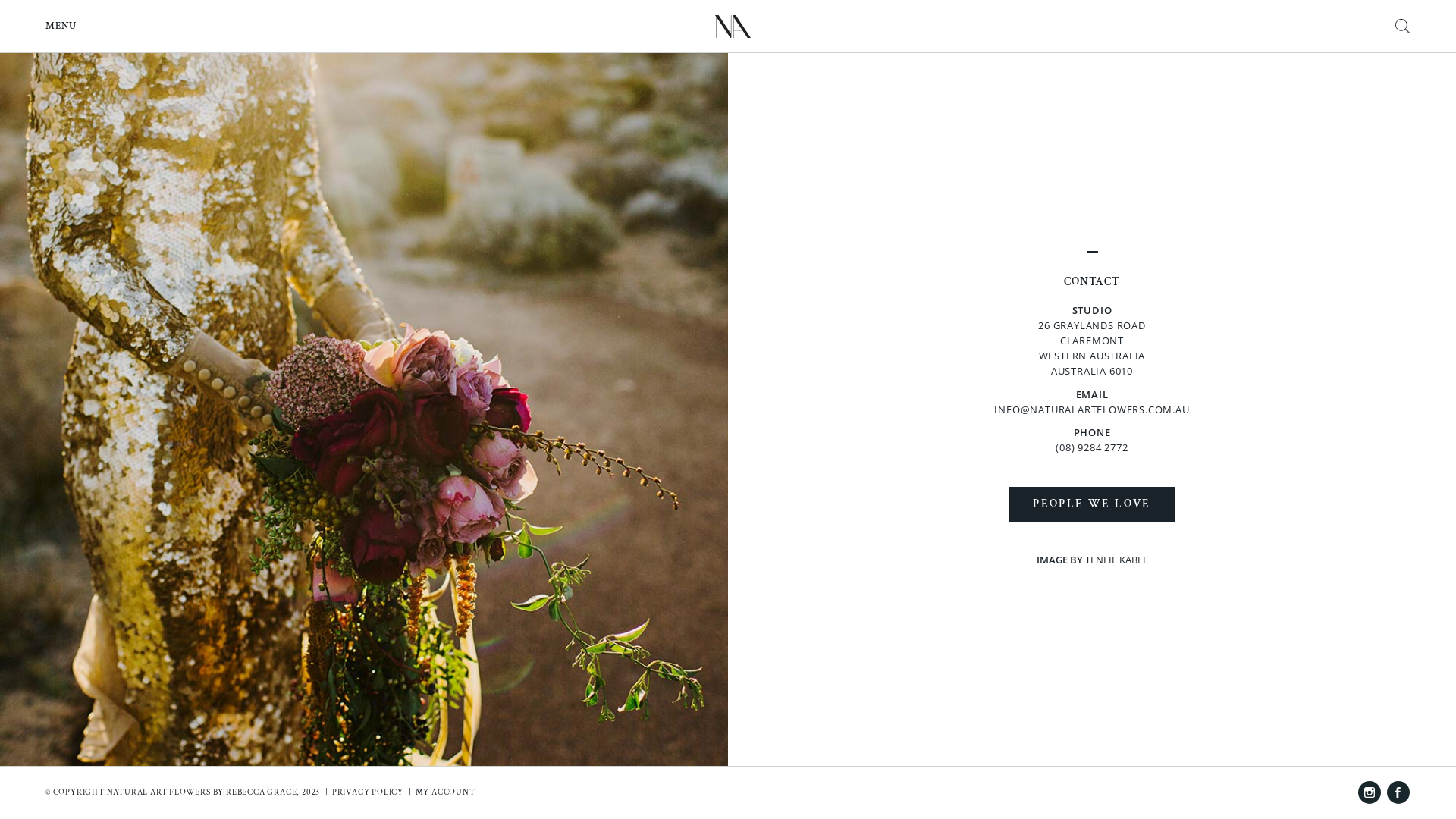  I want to click on 'PEOPLE WE LOVE', so click(1092, 504).